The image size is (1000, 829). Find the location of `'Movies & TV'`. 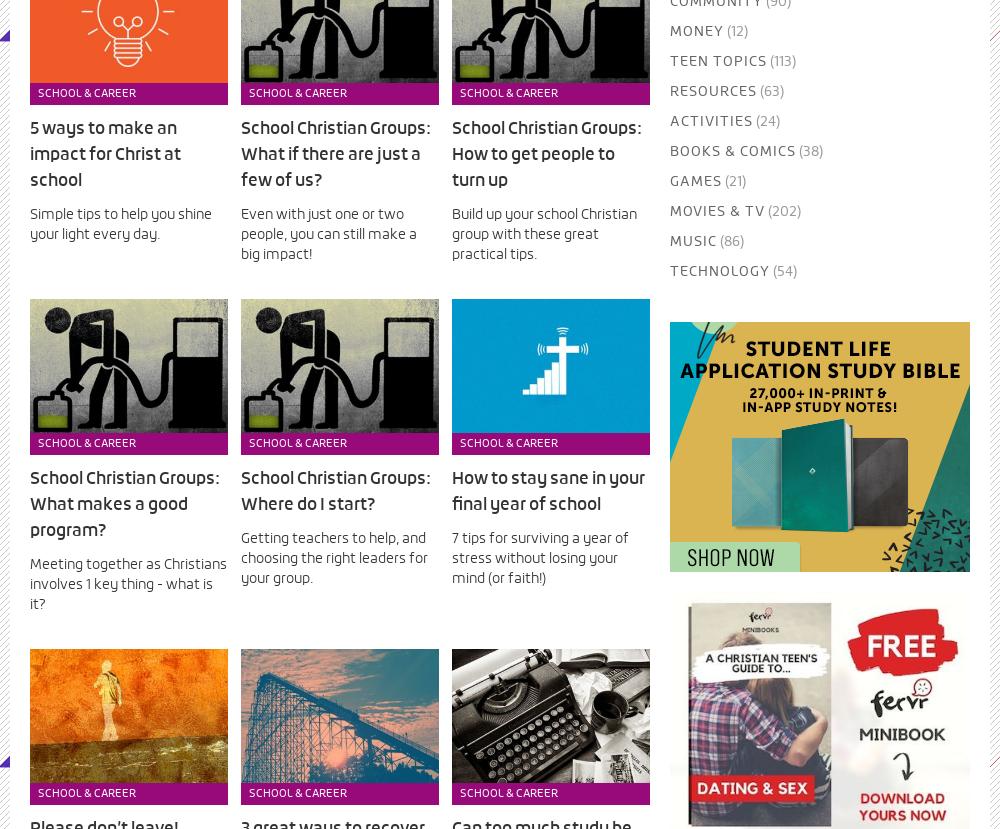

'Movies & TV' is located at coordinates (715, 210).